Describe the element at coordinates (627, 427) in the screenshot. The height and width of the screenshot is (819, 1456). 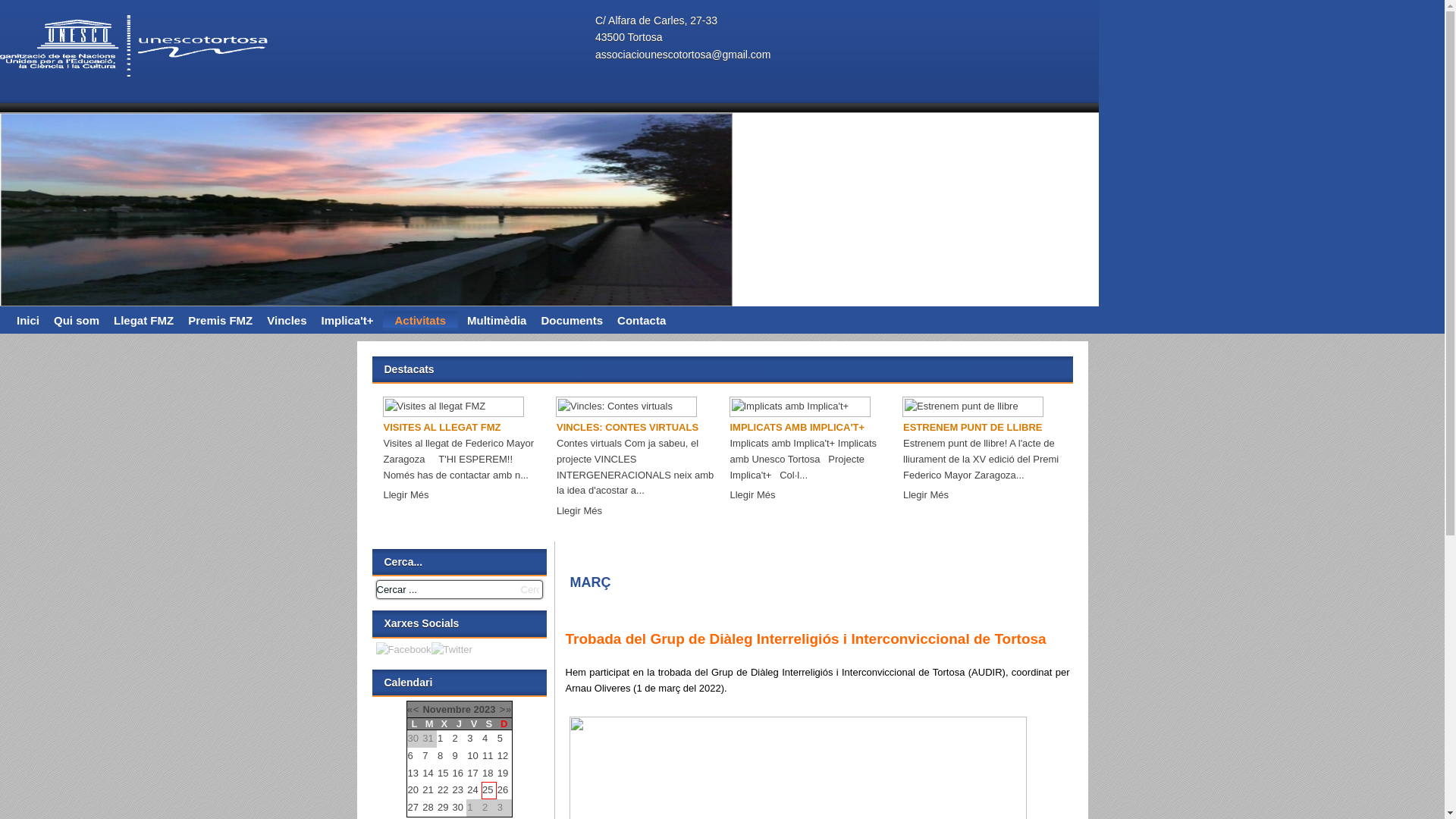
I see `'VINCLES: CONTES VIRTUALS'` at that location.